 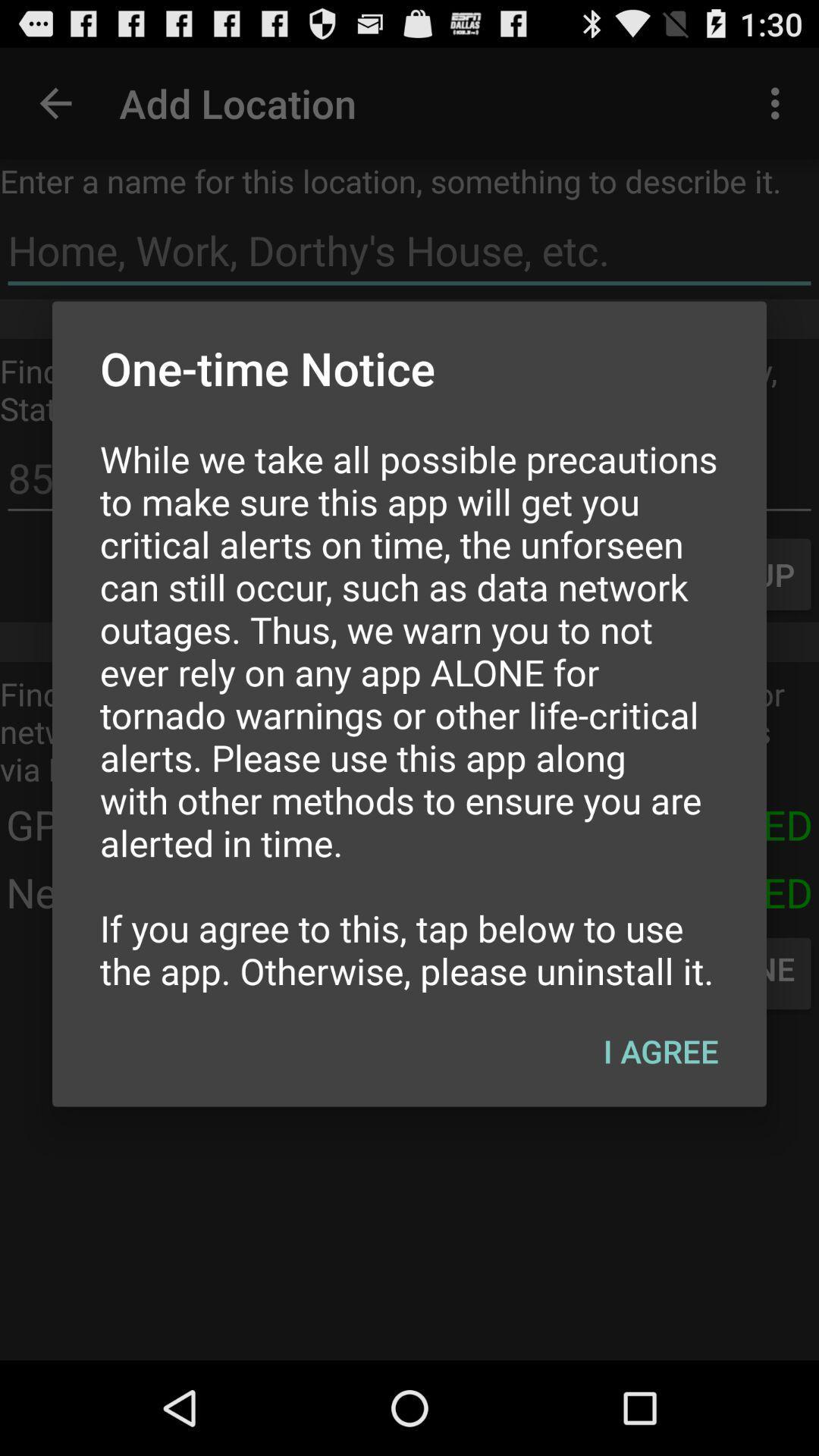 I want to click on the icon below while we take icon, so click(x=660, y=1050).